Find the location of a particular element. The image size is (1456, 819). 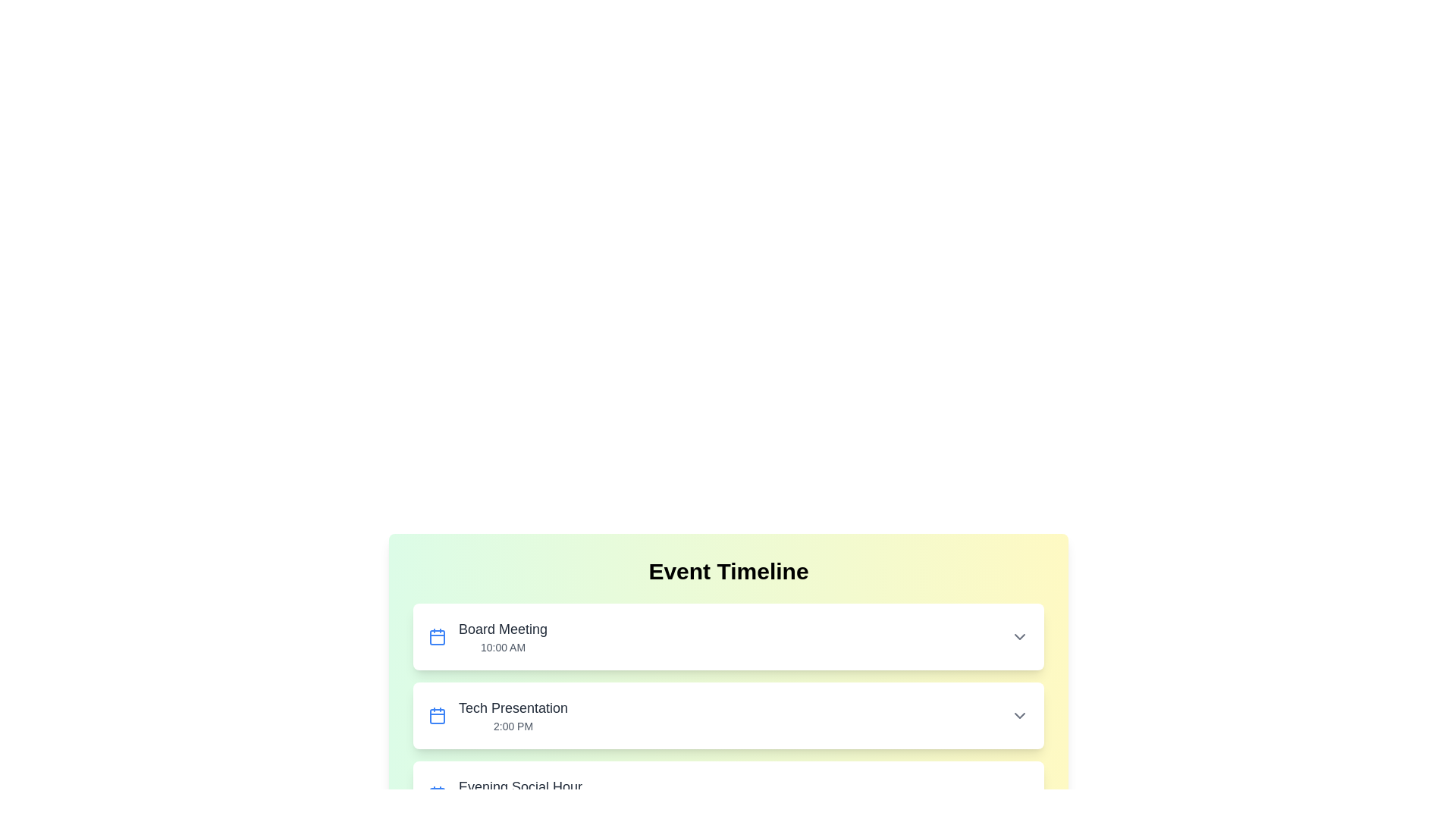

the right chevron of the second event entry labeled 'Tech Presentation' in the timeline to expand details is located at coordinates (728, 716).